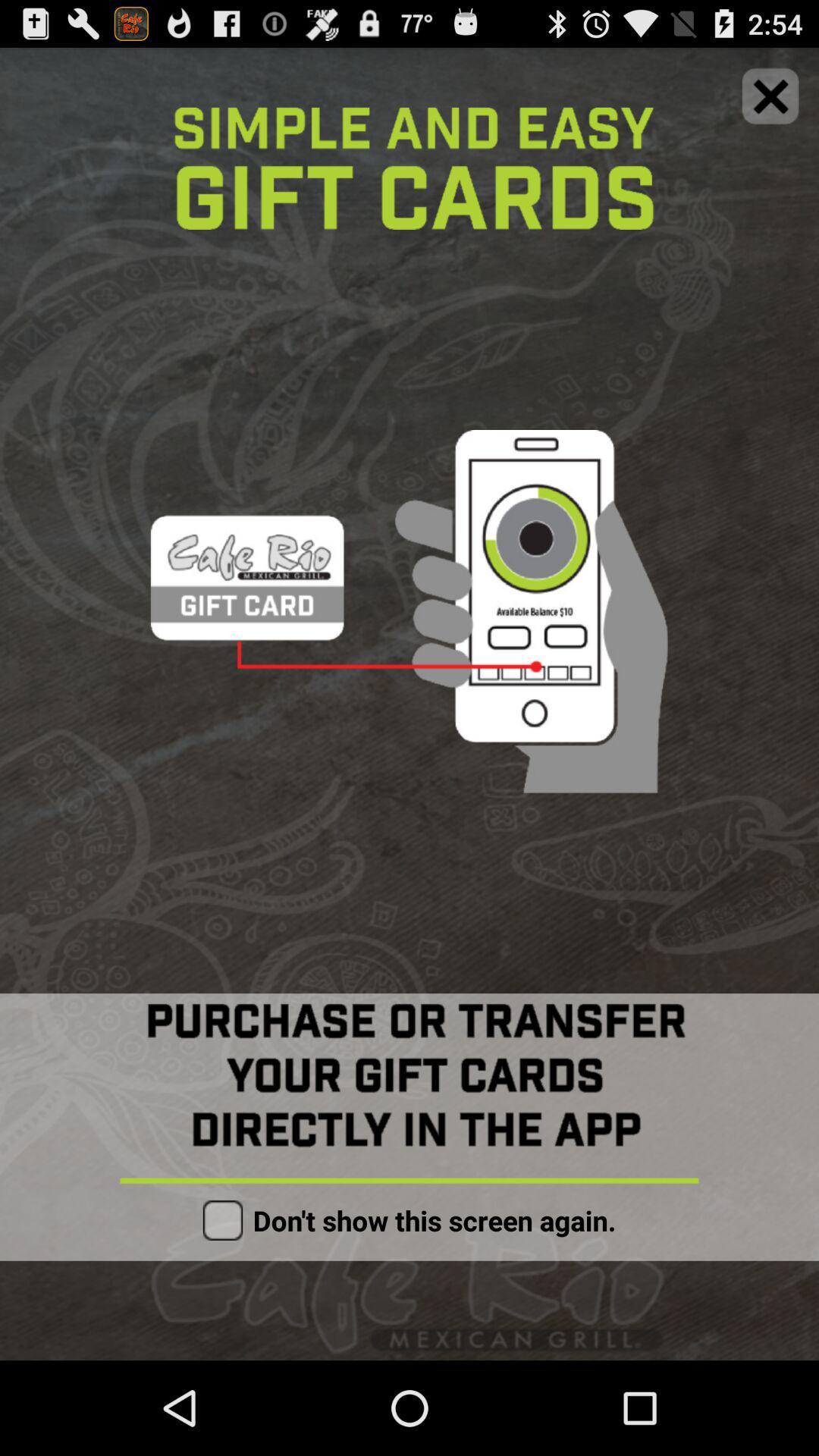 The height and width of the screenshot is (1456, 819). What do you see at coordinates (770, 102) in the screenshot?
I see `the close icon` at bounding box center [770, 102].